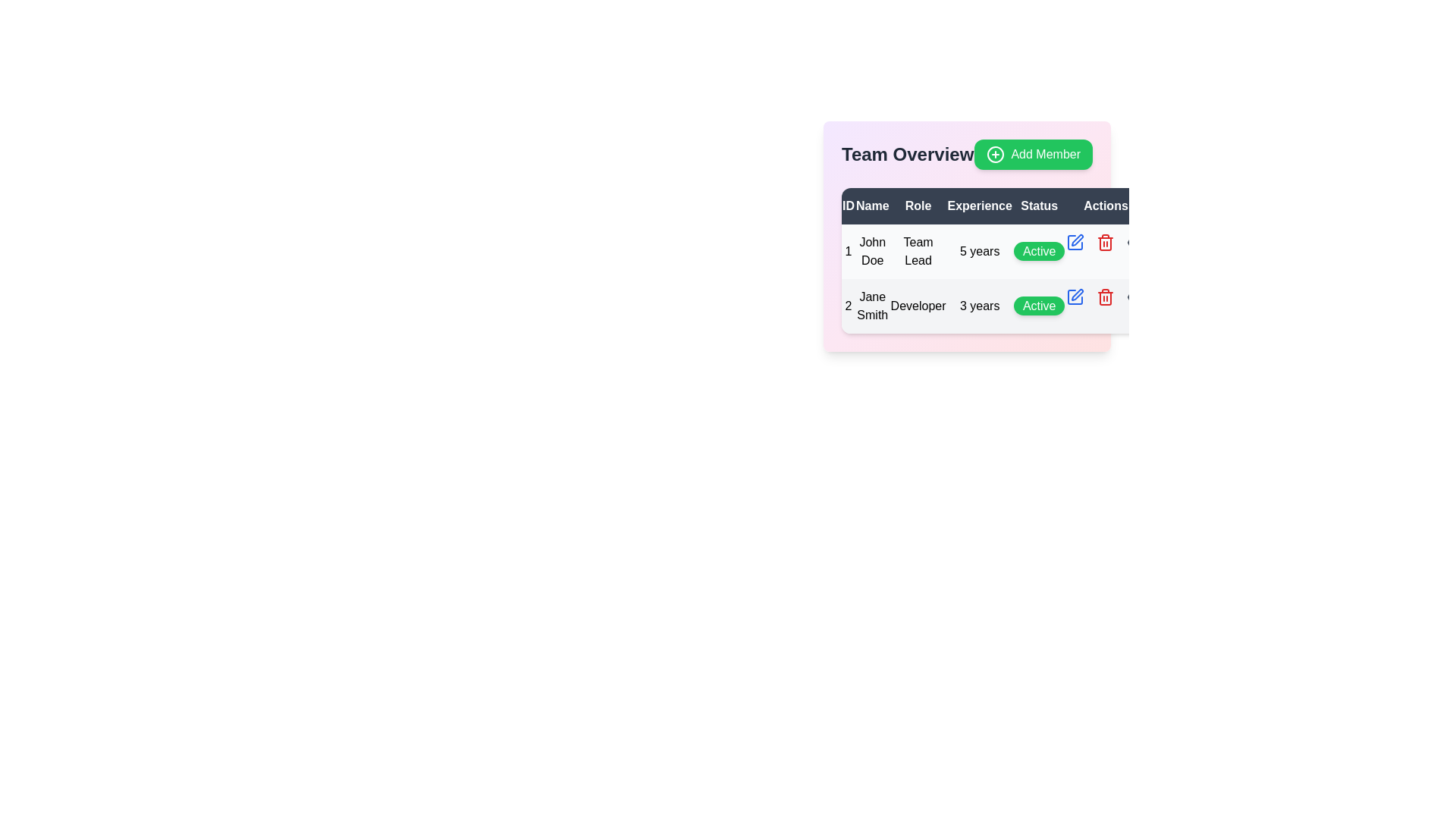 The height and width of the screenshot is (819, 1456). Describe the element at coordinates (847, 206) in the screenshot. I see `the Header Label for the 'ID' column in the table, located at the top-left corner of the table layout` at that location.